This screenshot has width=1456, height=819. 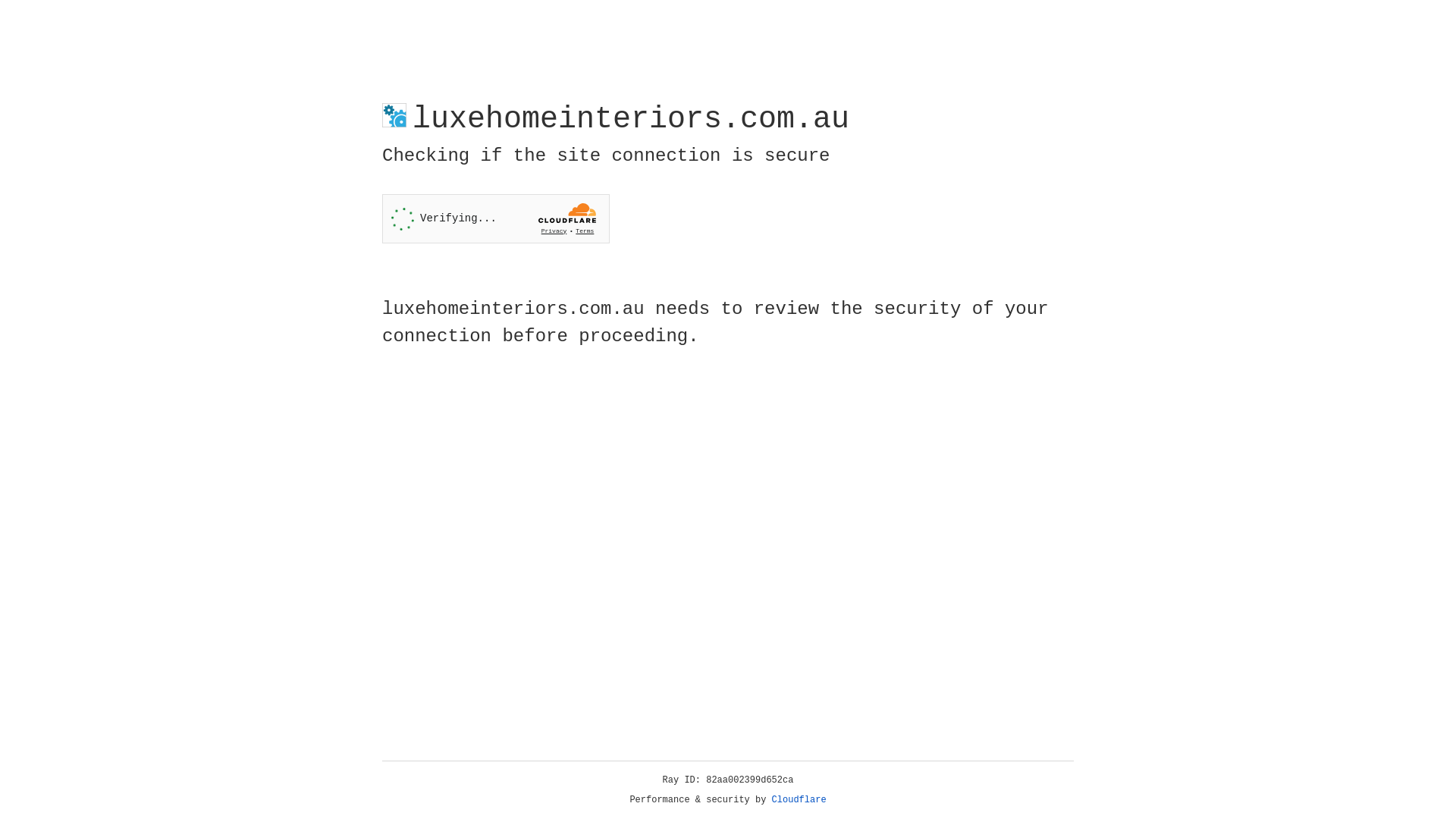 I want to click on 'Cloudflare', so click(x=799, y=799).